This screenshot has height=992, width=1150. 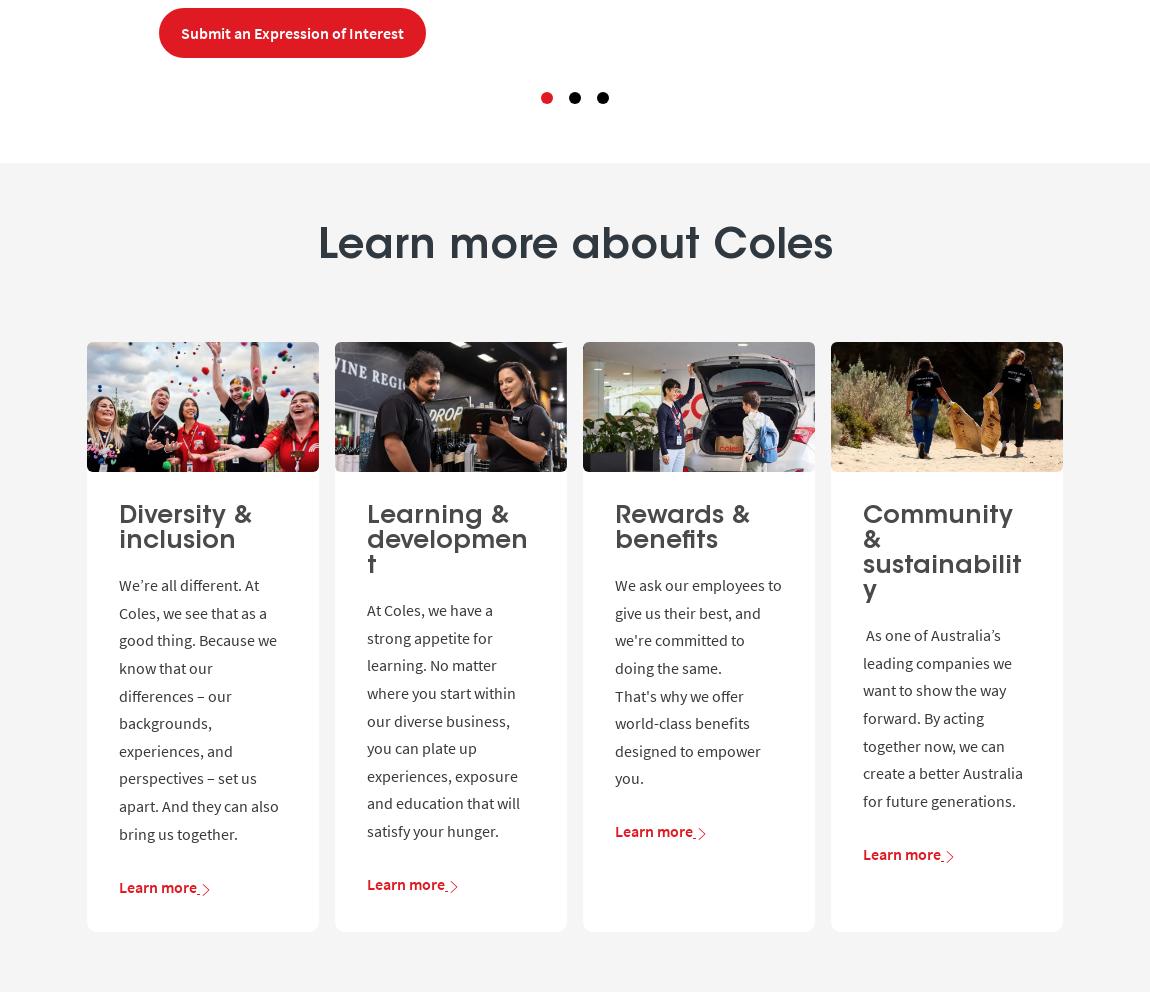 What do you see at coordinates (180, 31) in the screenshot?
I see `'Submit an Expression of Interest'` at bounding box center [180, 31].